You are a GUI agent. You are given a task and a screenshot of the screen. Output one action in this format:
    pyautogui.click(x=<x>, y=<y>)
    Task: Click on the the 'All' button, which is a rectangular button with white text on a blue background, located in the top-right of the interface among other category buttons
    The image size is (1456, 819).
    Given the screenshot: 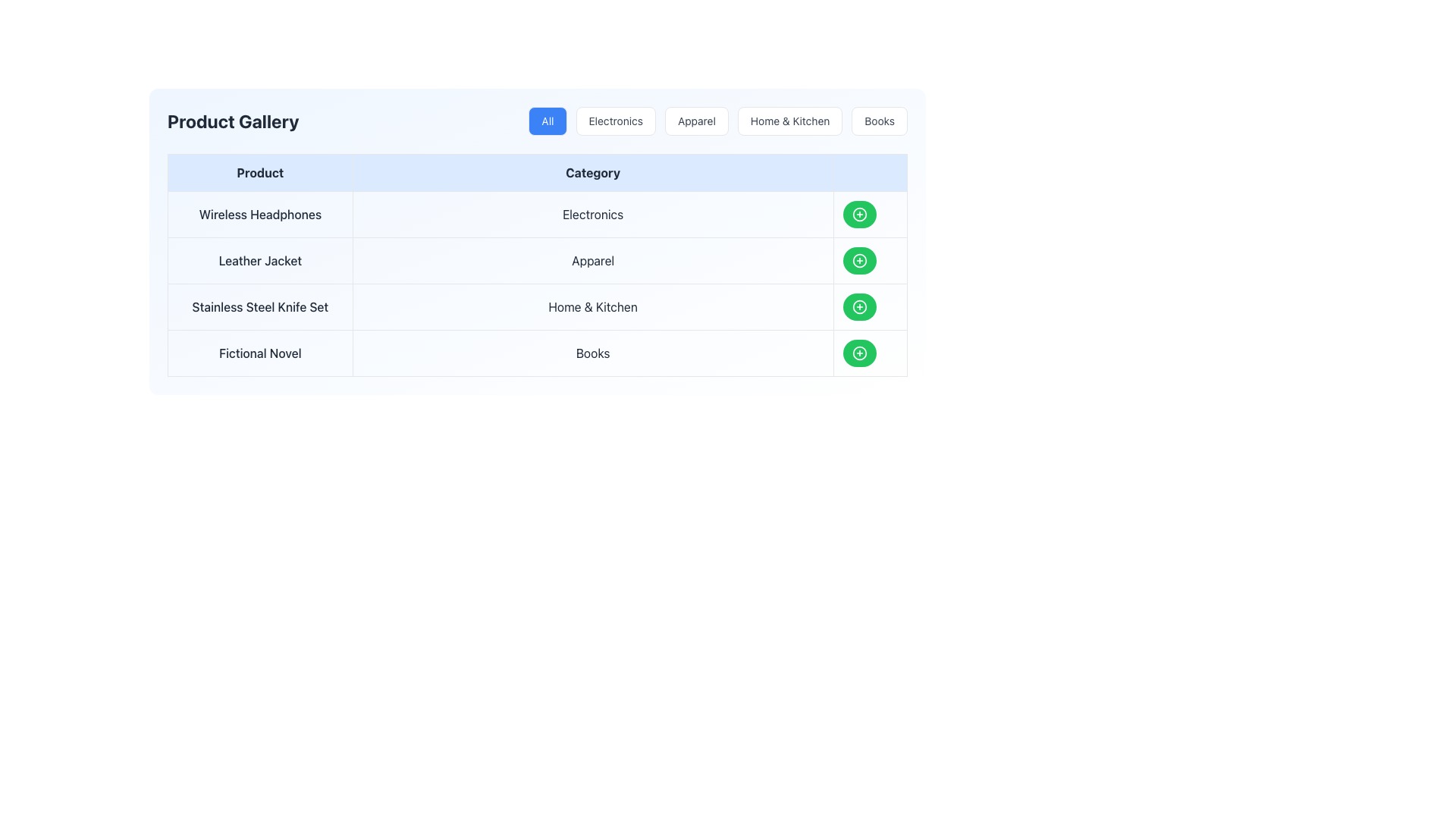 What is the action you would take?
    pyautogui.click(x=547, y=120)
    